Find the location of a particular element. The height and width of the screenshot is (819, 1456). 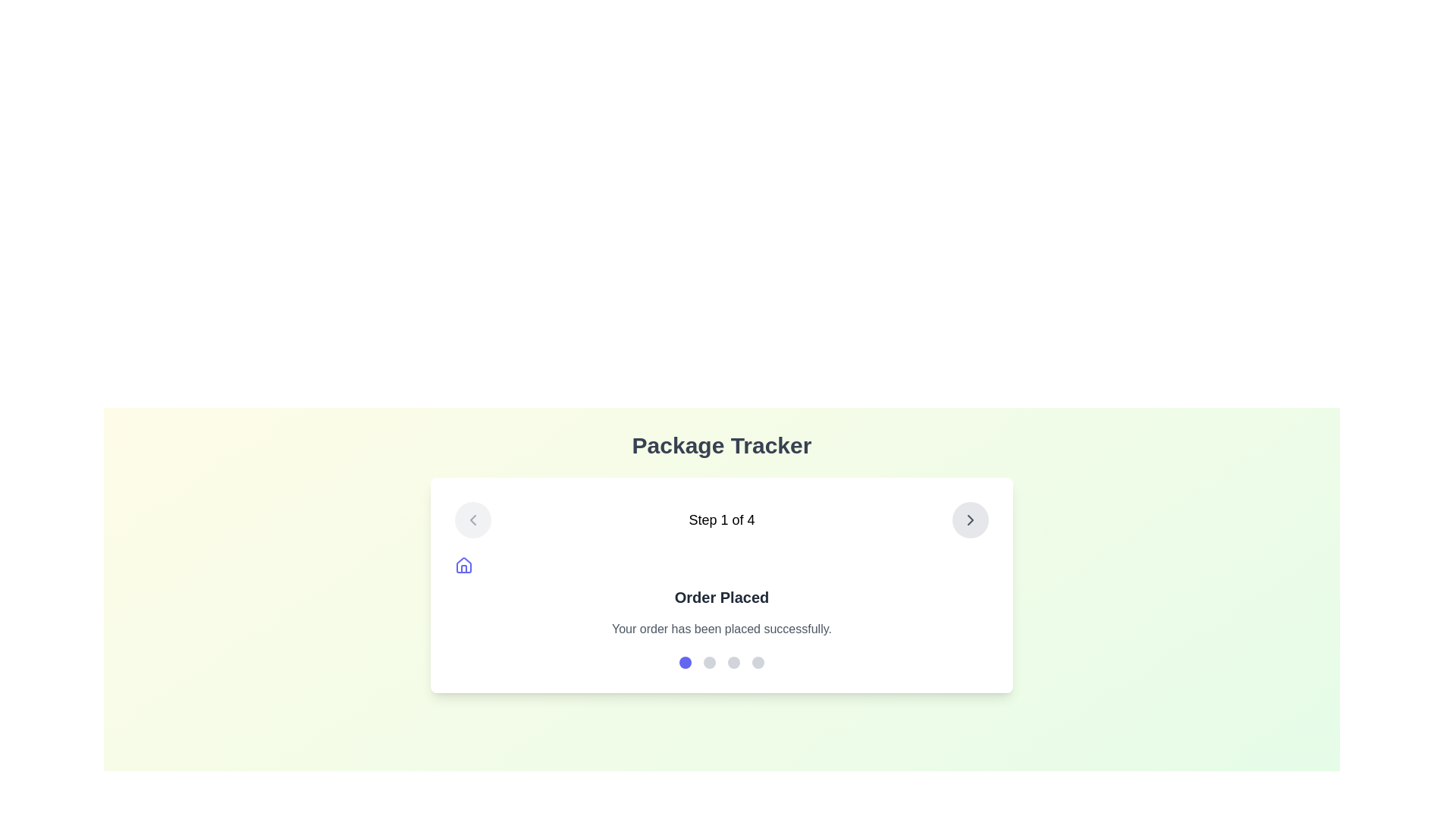

the blue dot in the Progress indicator of the 'Package Tracker' card is located at coordinates (720, 662).